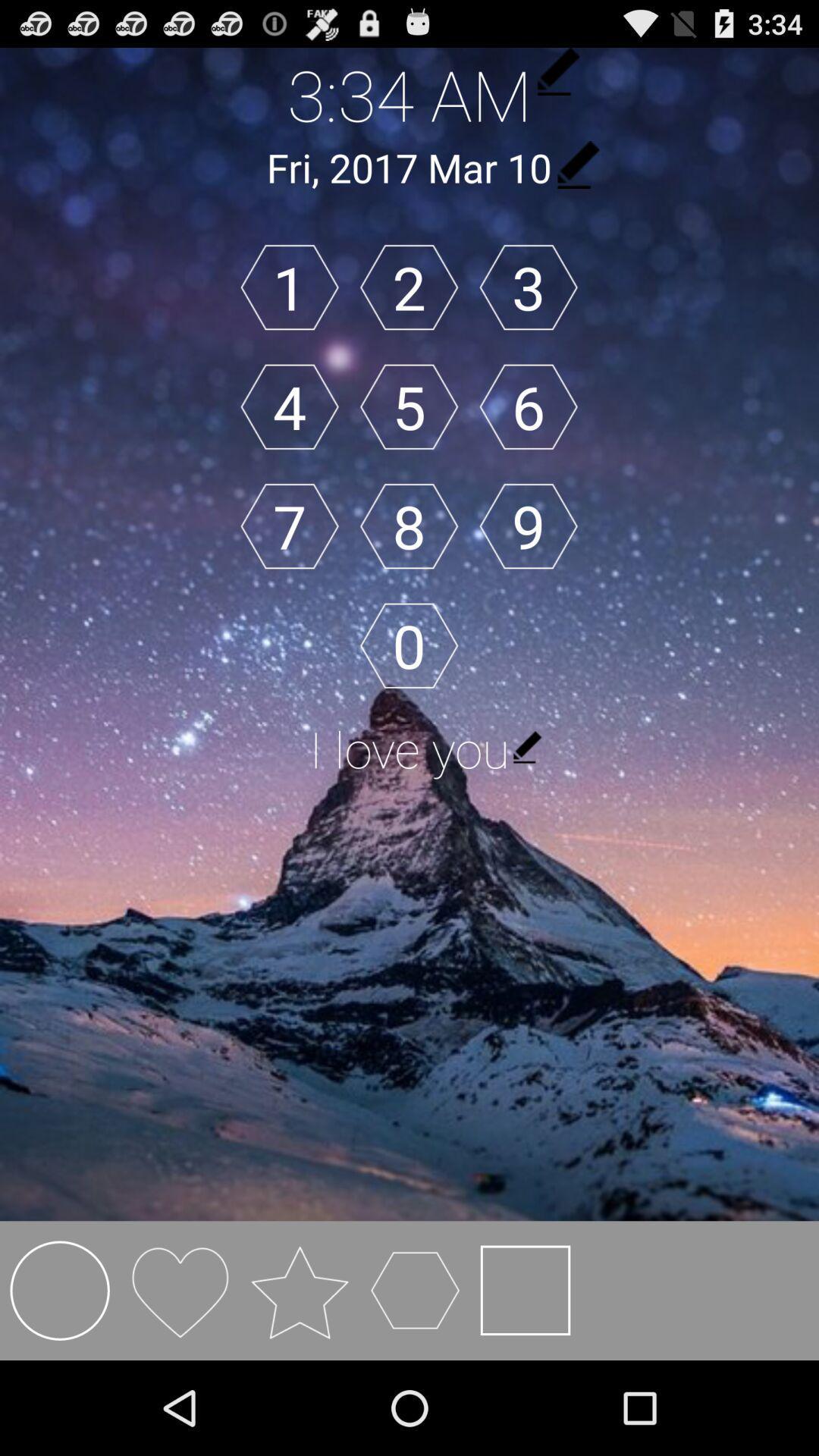 This screenshot has width=819, height=1456. Describe the element at coordinates (408, 406) in the screenshot. I see `the 5 icon` at that location.